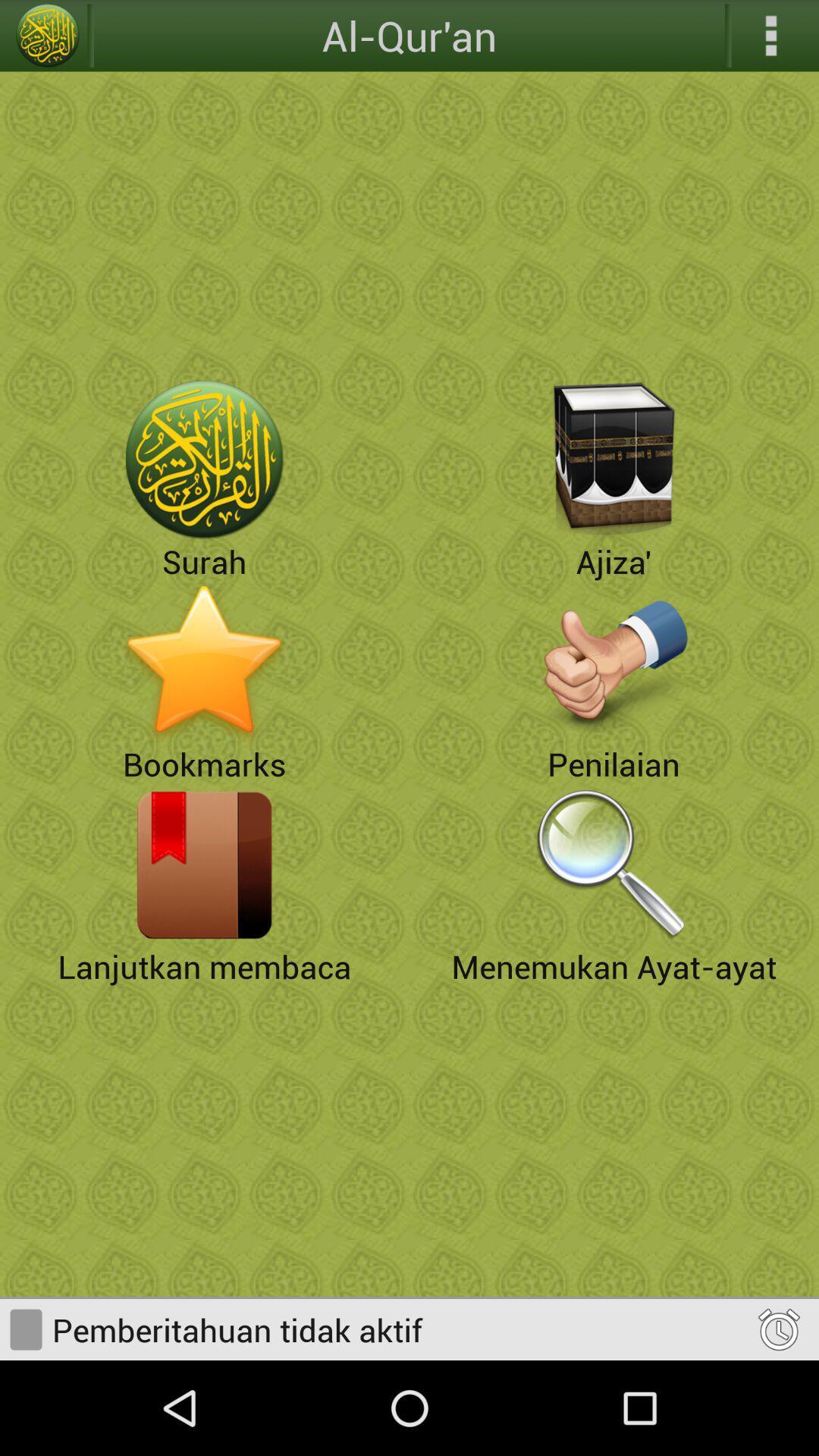 The width and height of the screenshot is (819, 1456). I want to click on surah, so click(205, 459).